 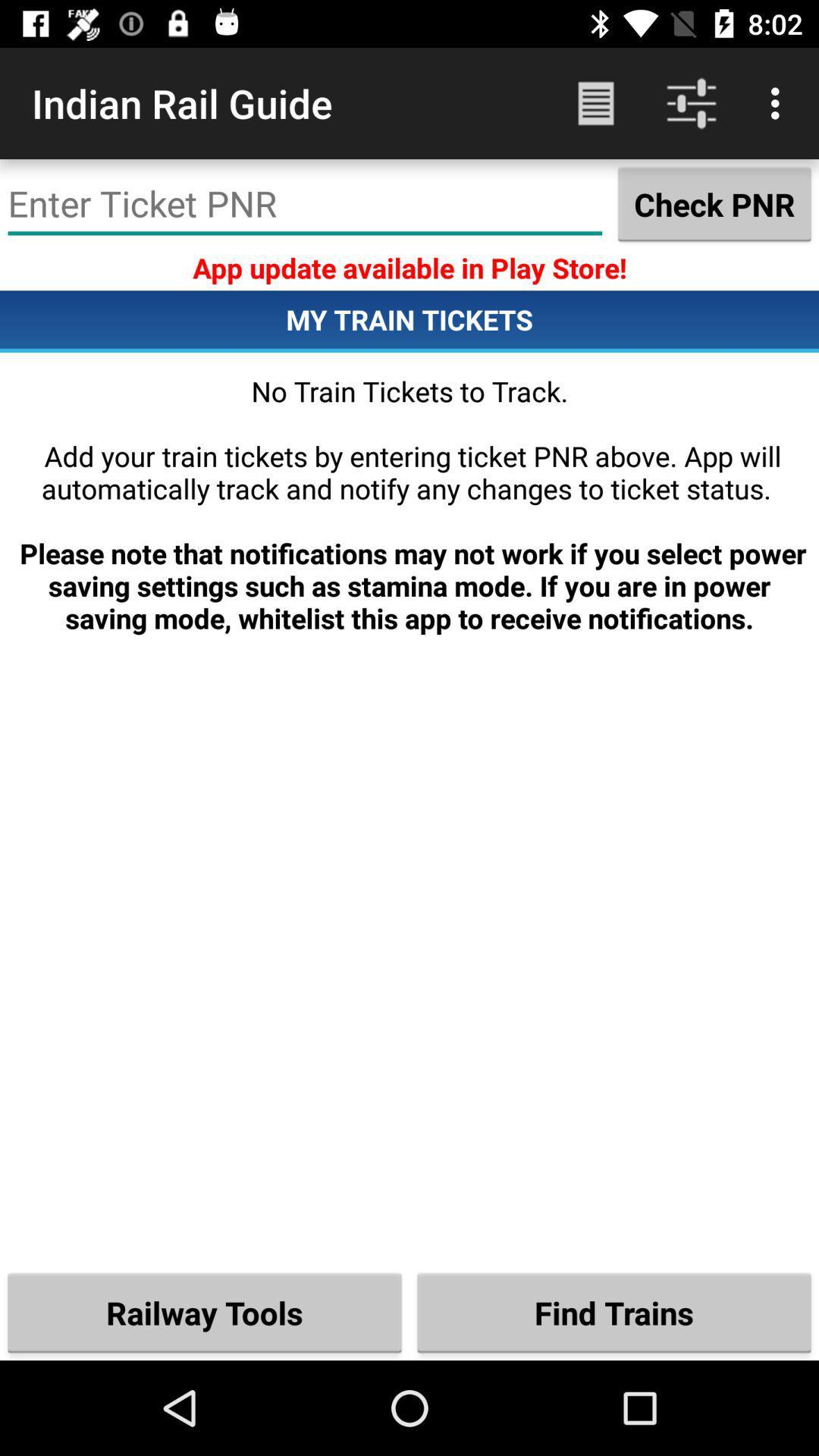 I want to click on ticket pnr, so click(x=305, y=203).